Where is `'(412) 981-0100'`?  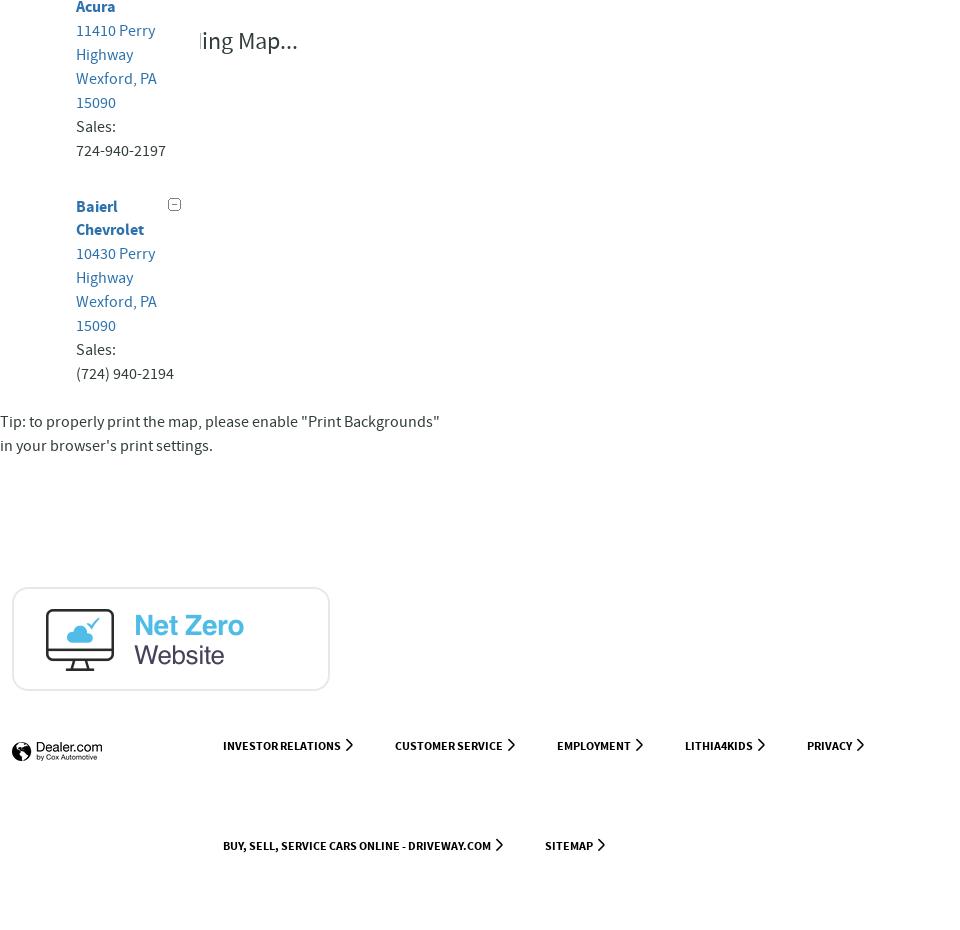
'(412) 981-0100' is located at coordinates (123, 795).